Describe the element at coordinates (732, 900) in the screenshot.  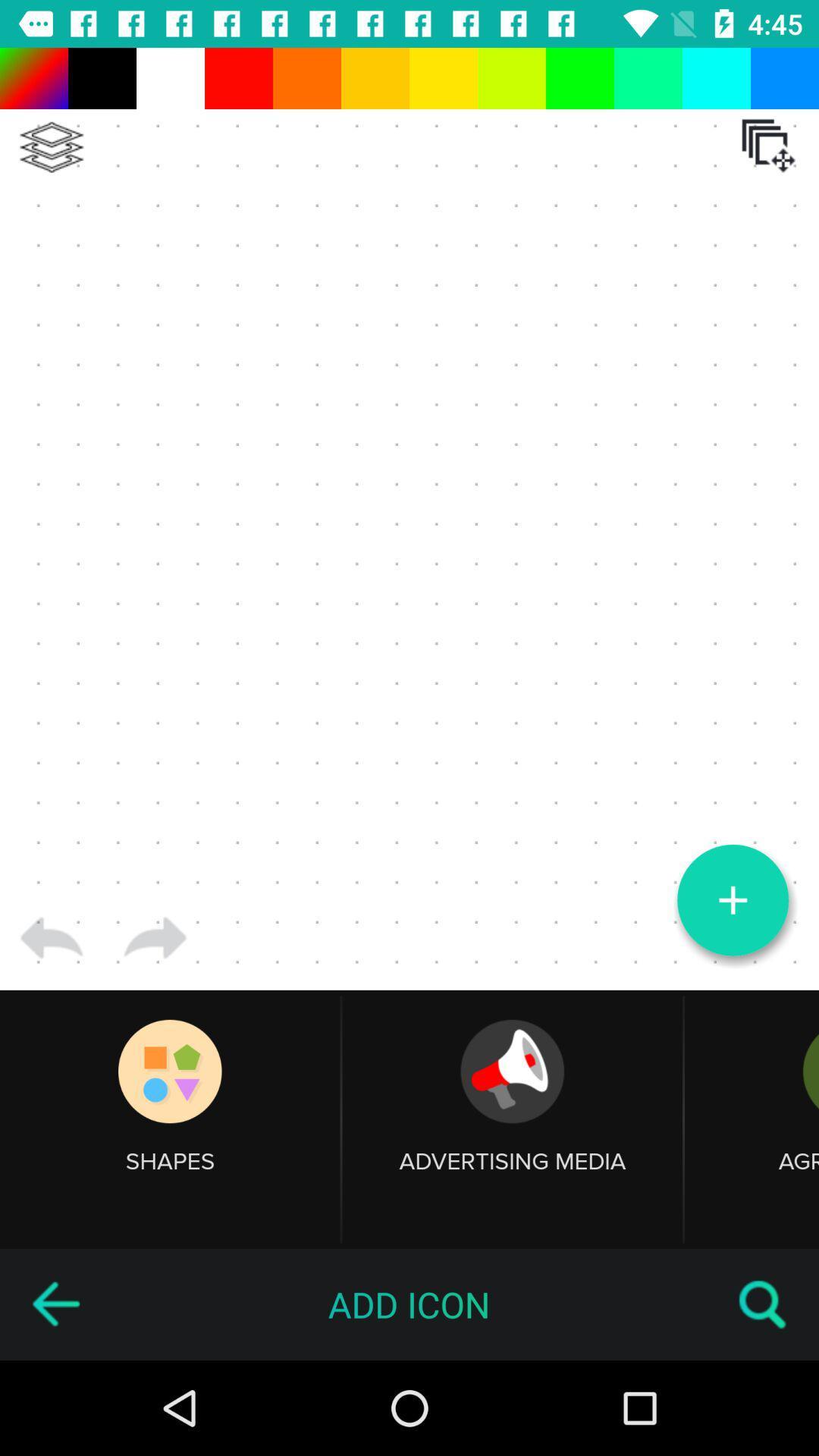
I see `button` at that location.